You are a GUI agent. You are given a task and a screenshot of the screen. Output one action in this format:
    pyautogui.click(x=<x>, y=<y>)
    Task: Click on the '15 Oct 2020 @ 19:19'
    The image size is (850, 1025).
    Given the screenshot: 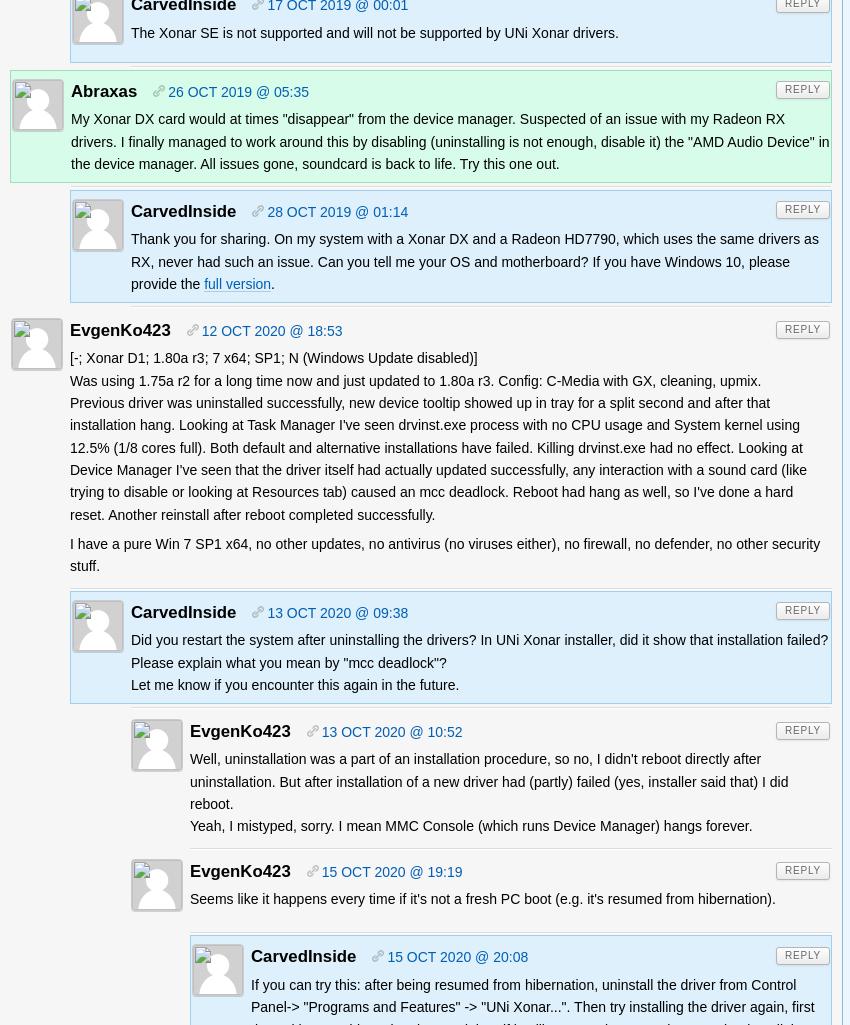 What is the action you would take?
    pyautogui.click(x=391, y=871)
    